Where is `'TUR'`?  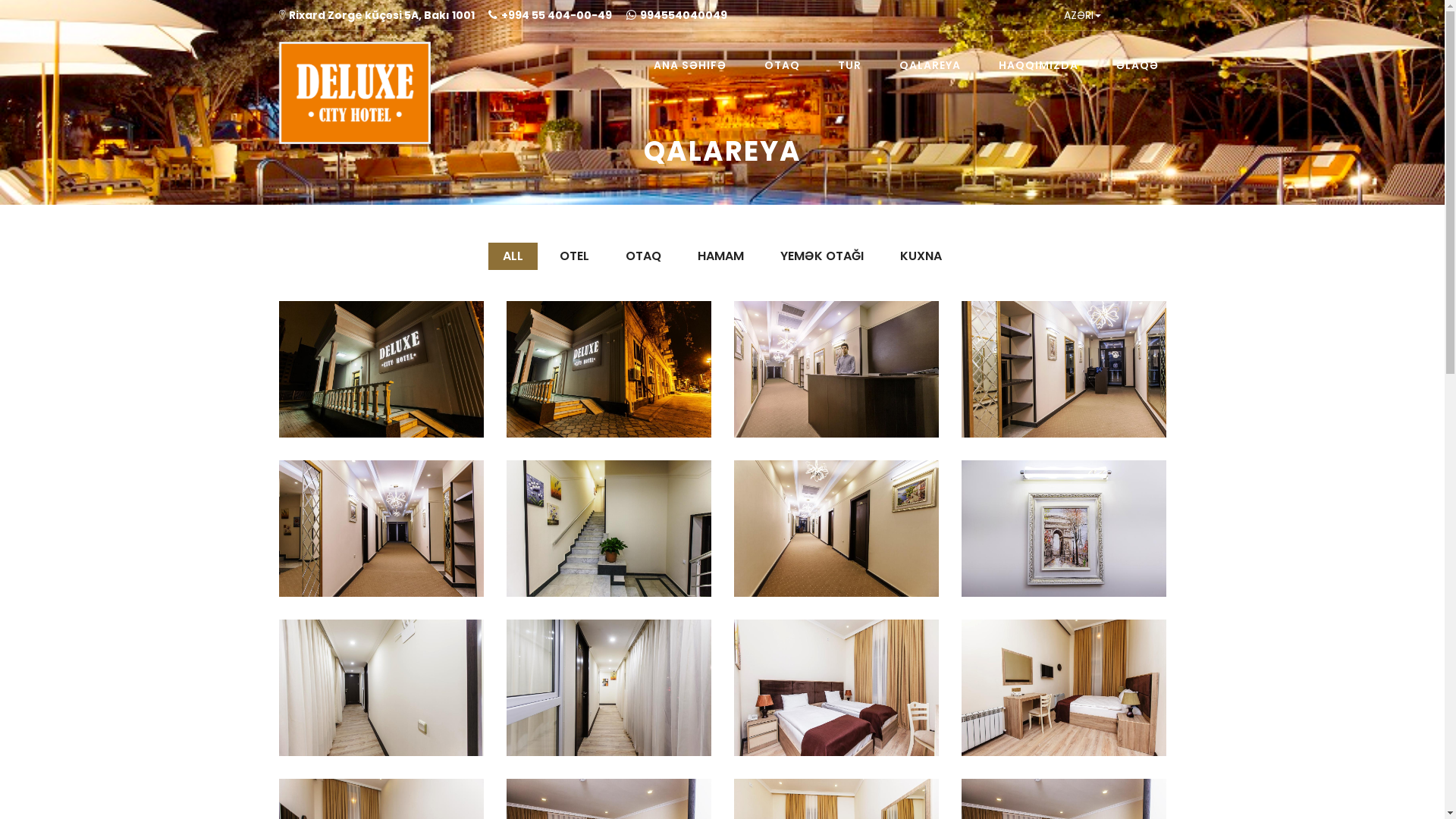 'TUR' is located at coordinates (848, 64).